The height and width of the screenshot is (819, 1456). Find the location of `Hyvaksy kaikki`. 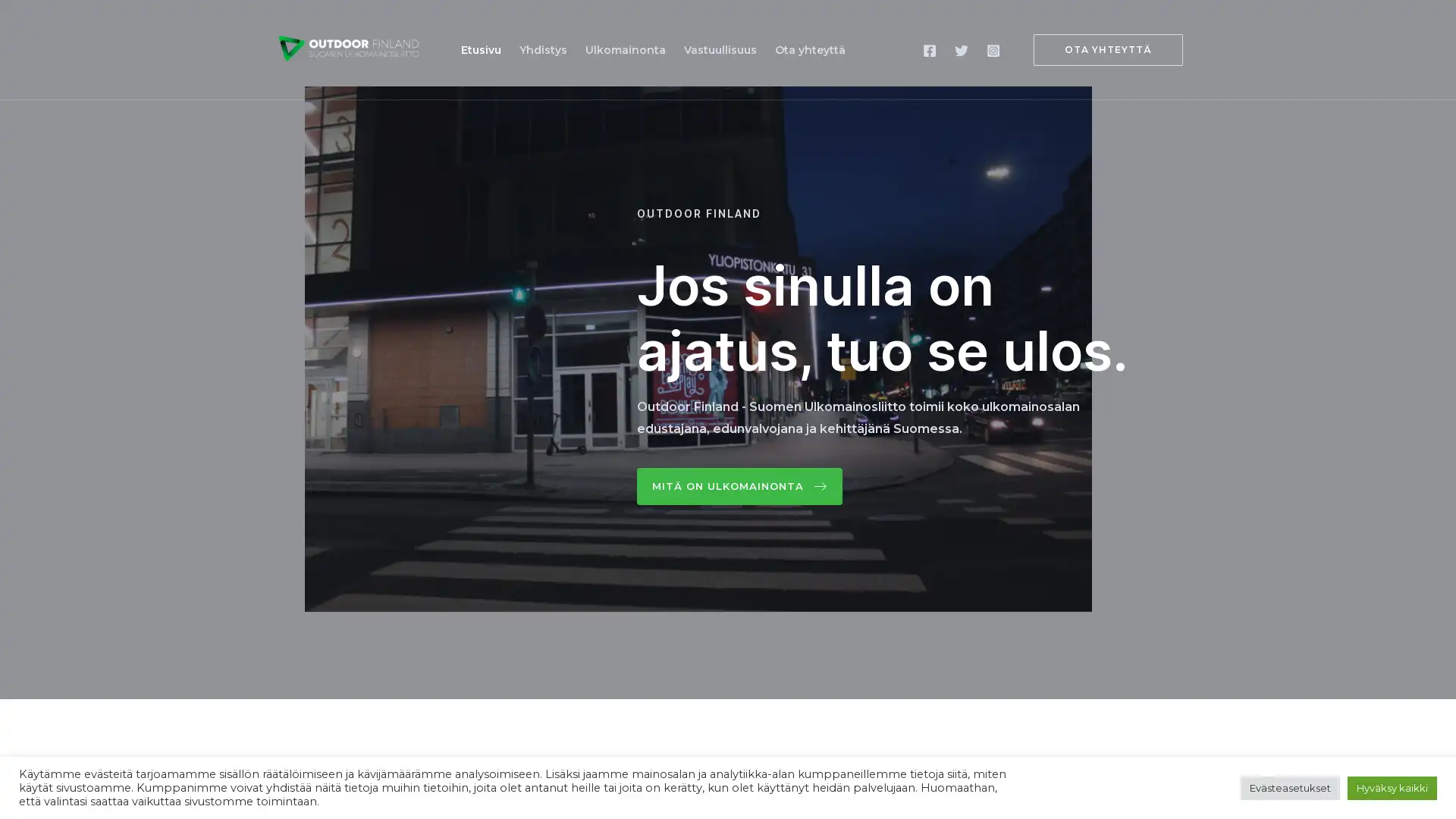

Hyvaksy kaikki is located at coordinates (1392, 786).